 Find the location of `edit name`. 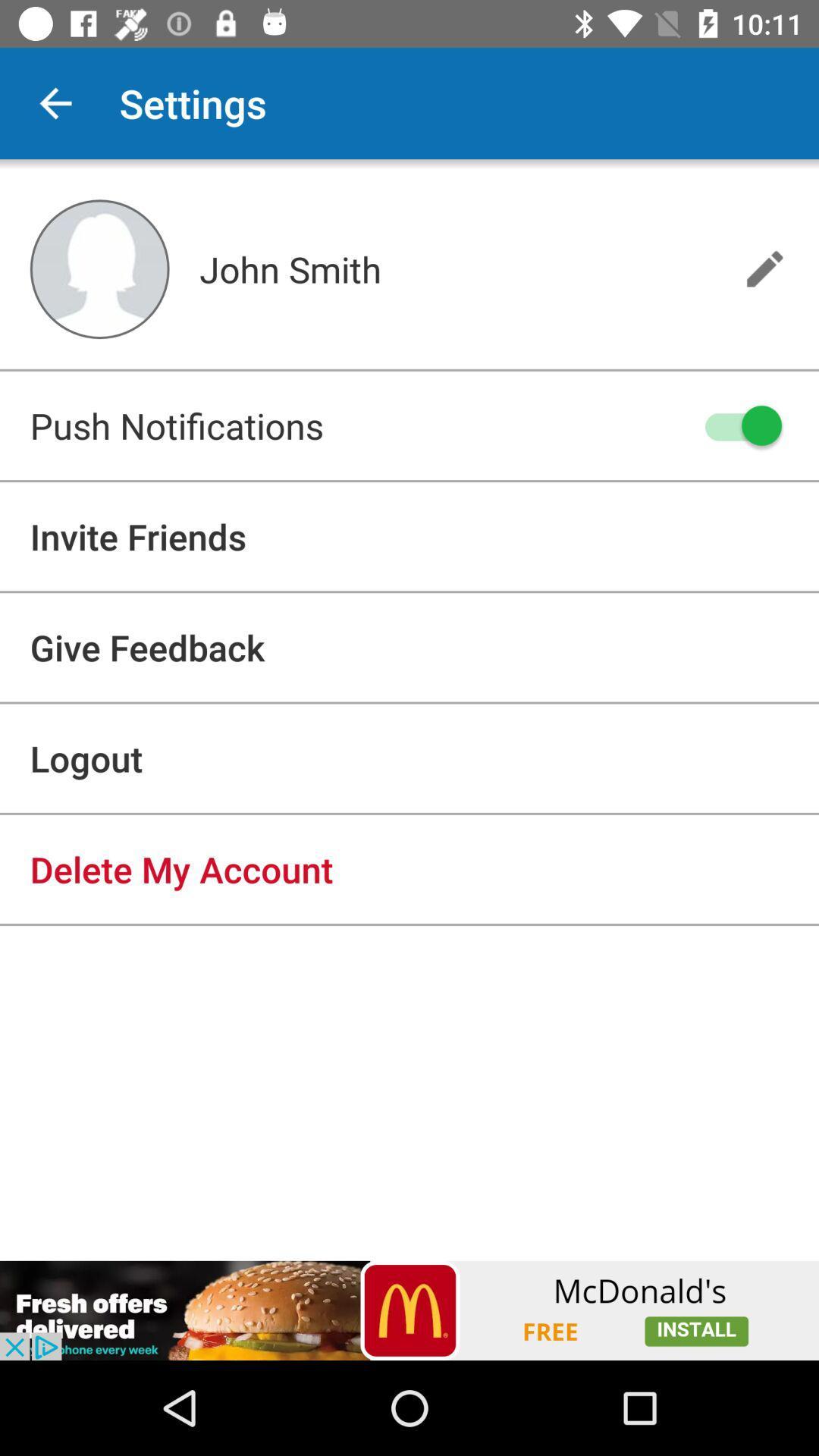

edit name is located at coordinates (764, 268).